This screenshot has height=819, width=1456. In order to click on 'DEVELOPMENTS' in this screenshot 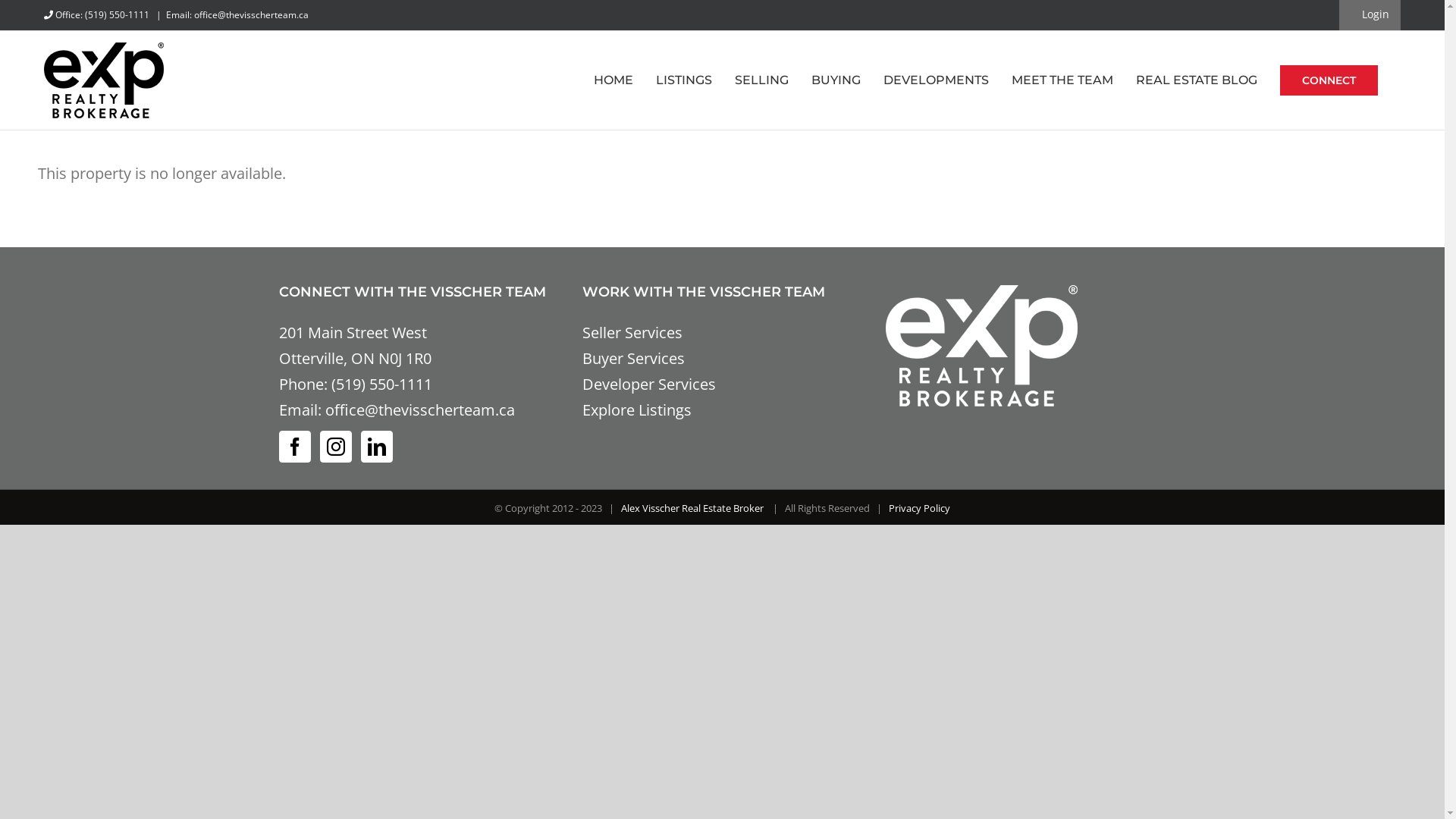, I will do `click(935, 80)`.